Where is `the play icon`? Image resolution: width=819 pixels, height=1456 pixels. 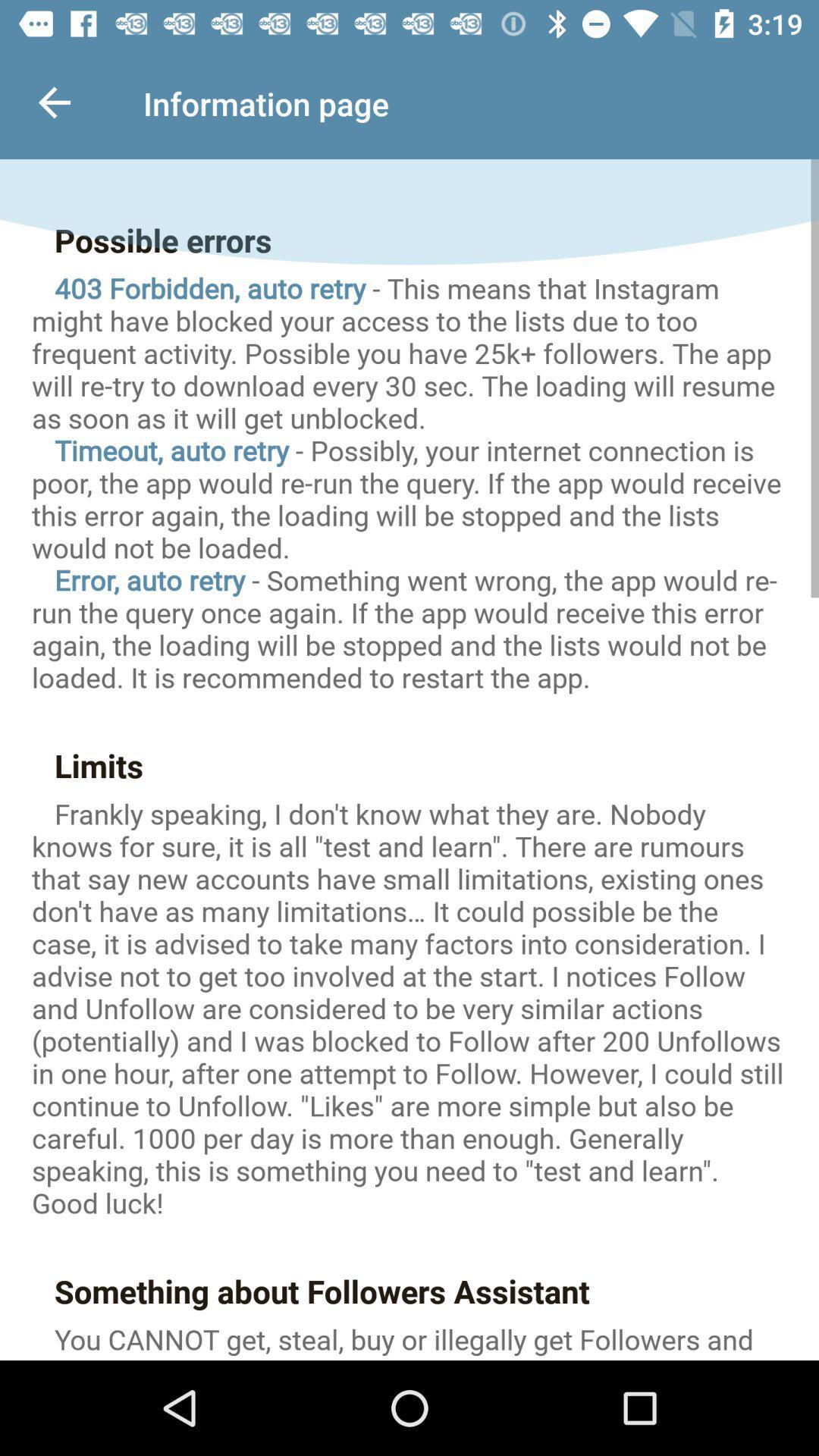
the play icon is located at coordinates (409, 1312).